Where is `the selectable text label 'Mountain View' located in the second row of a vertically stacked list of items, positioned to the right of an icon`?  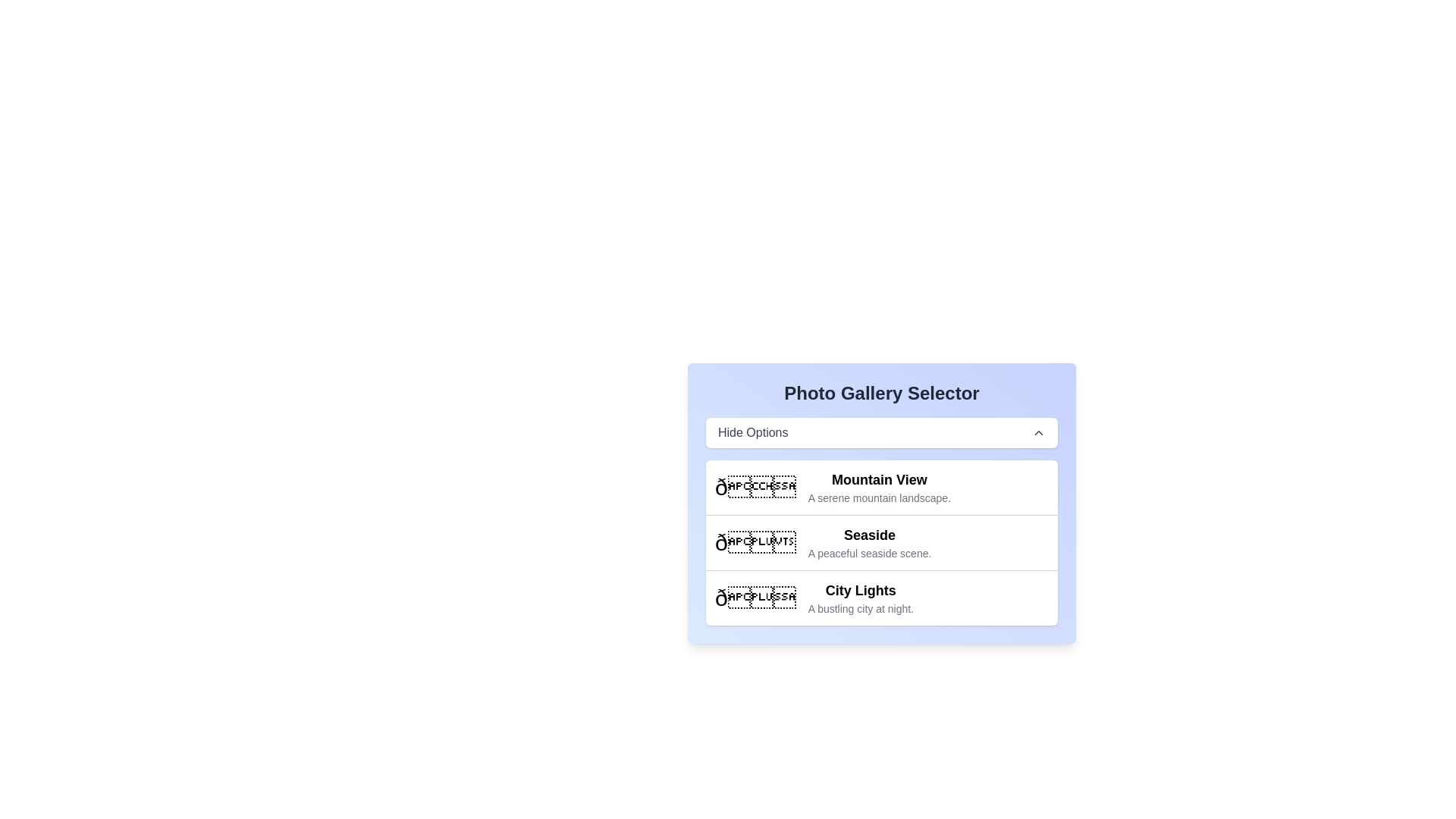 the selectable text label 'Mountain View' located in the second row of a vertically stacked list of items, positioned to the right of an icon is located at coordinates (879, 488).